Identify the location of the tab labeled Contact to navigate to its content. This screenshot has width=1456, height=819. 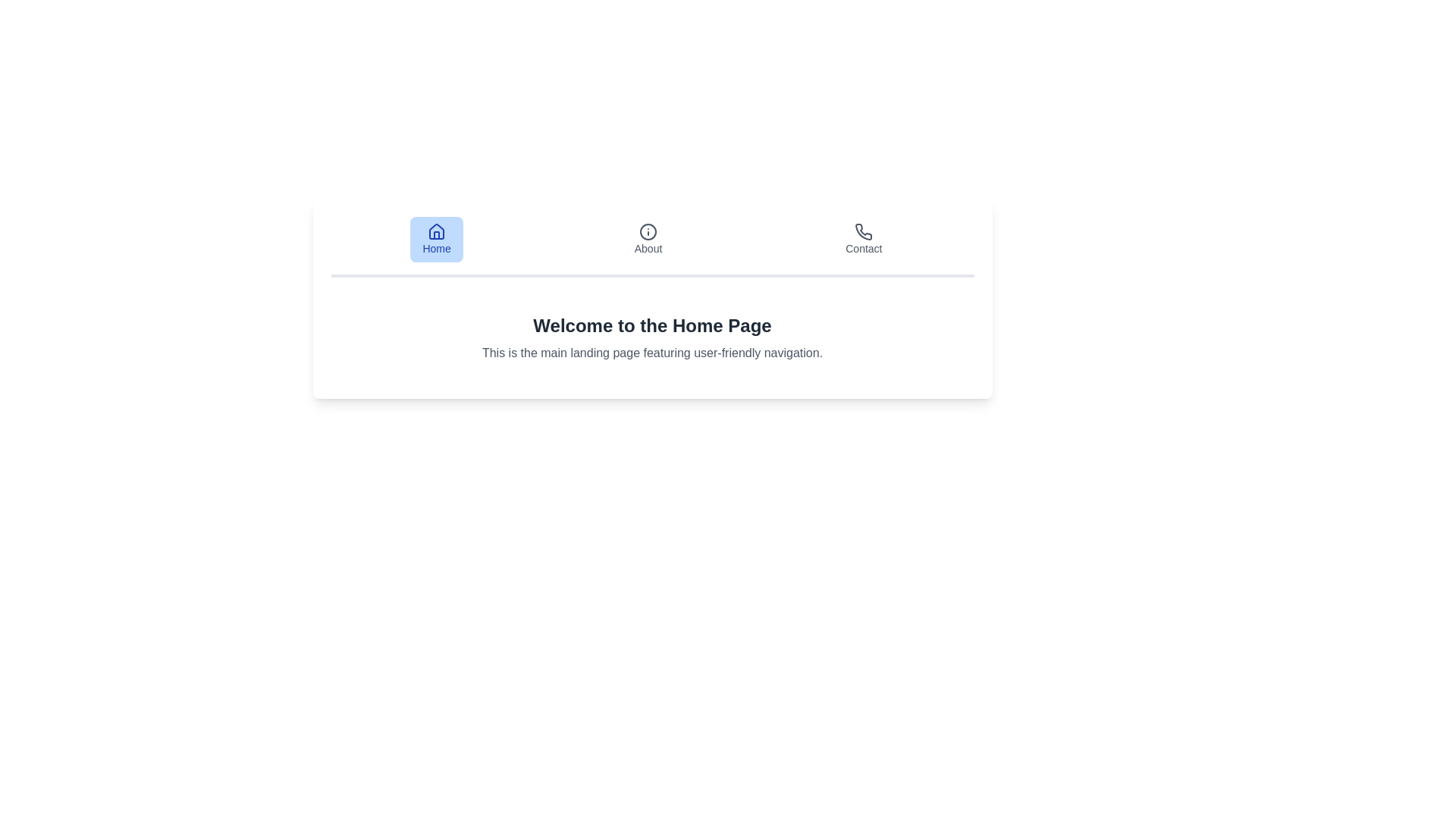
(864, 239).